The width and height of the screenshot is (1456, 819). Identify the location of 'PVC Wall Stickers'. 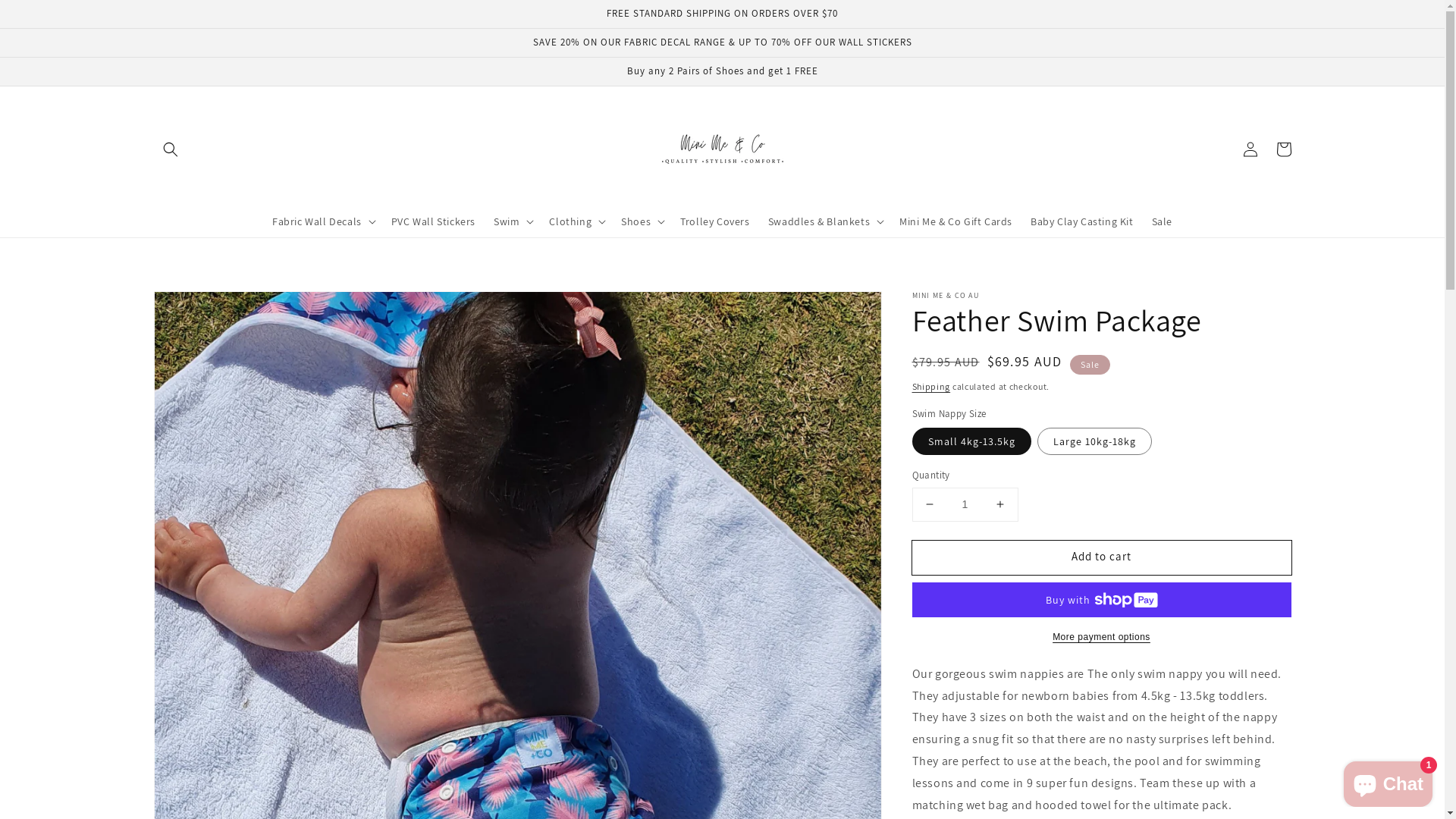
(432, 221).